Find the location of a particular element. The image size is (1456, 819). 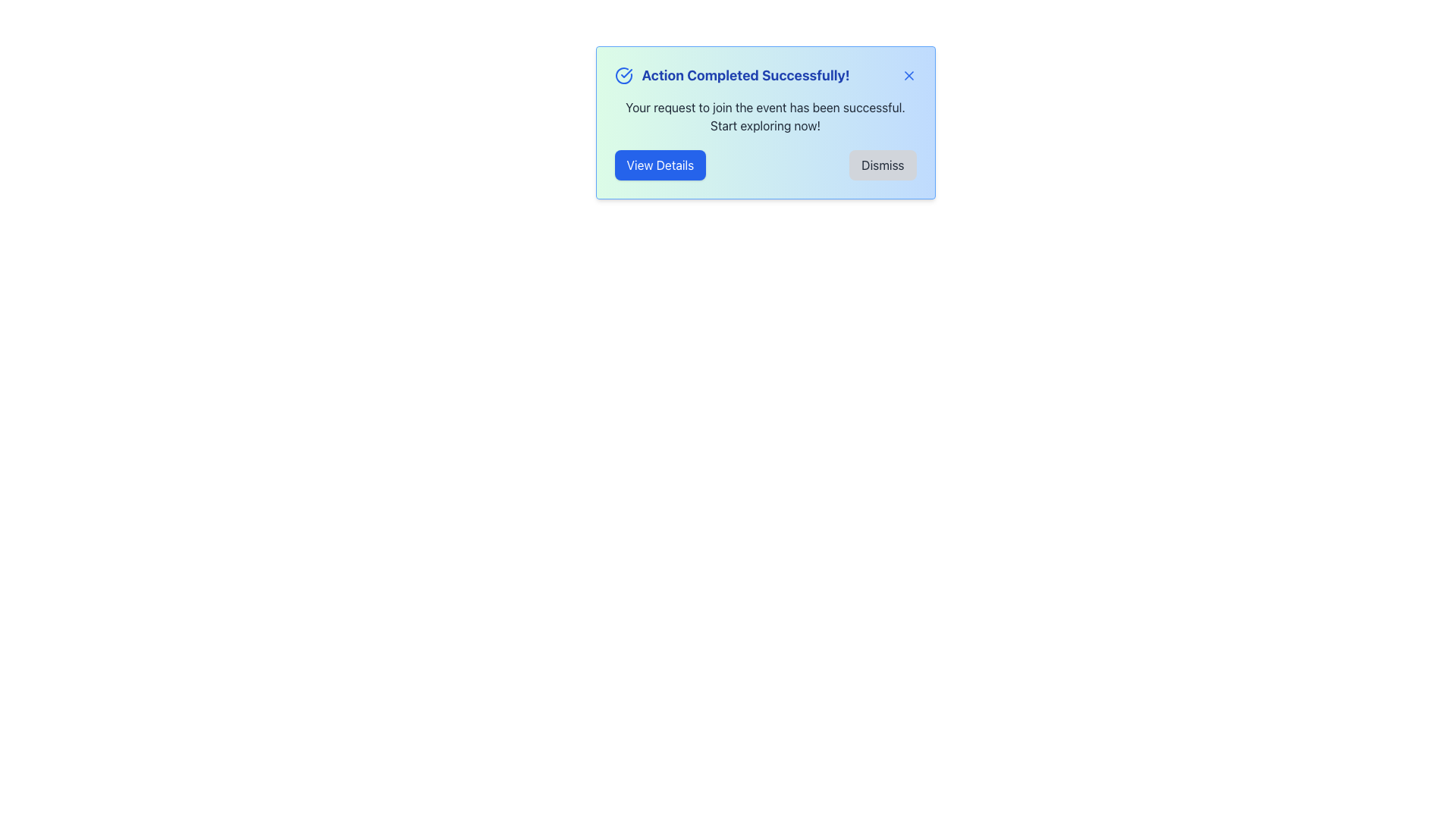

the 'X' button located at the top-right of the 'Action Completed Successfully!' alert box to change its color is located at coordinates (908, 76).